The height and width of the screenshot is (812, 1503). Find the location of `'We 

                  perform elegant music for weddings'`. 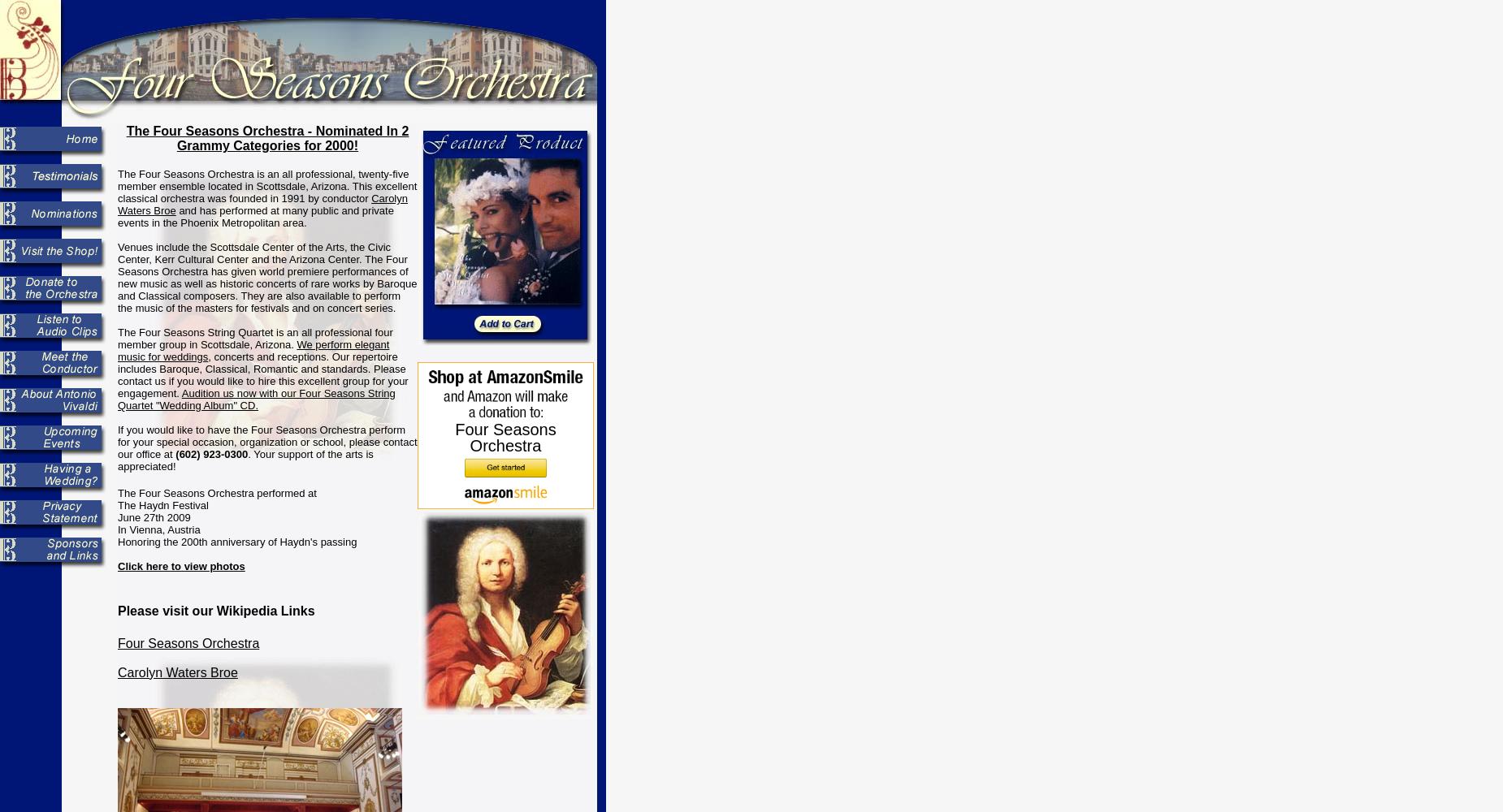

'We 

                  perform elegant music for weddings' is located at coordinates (252, 351).